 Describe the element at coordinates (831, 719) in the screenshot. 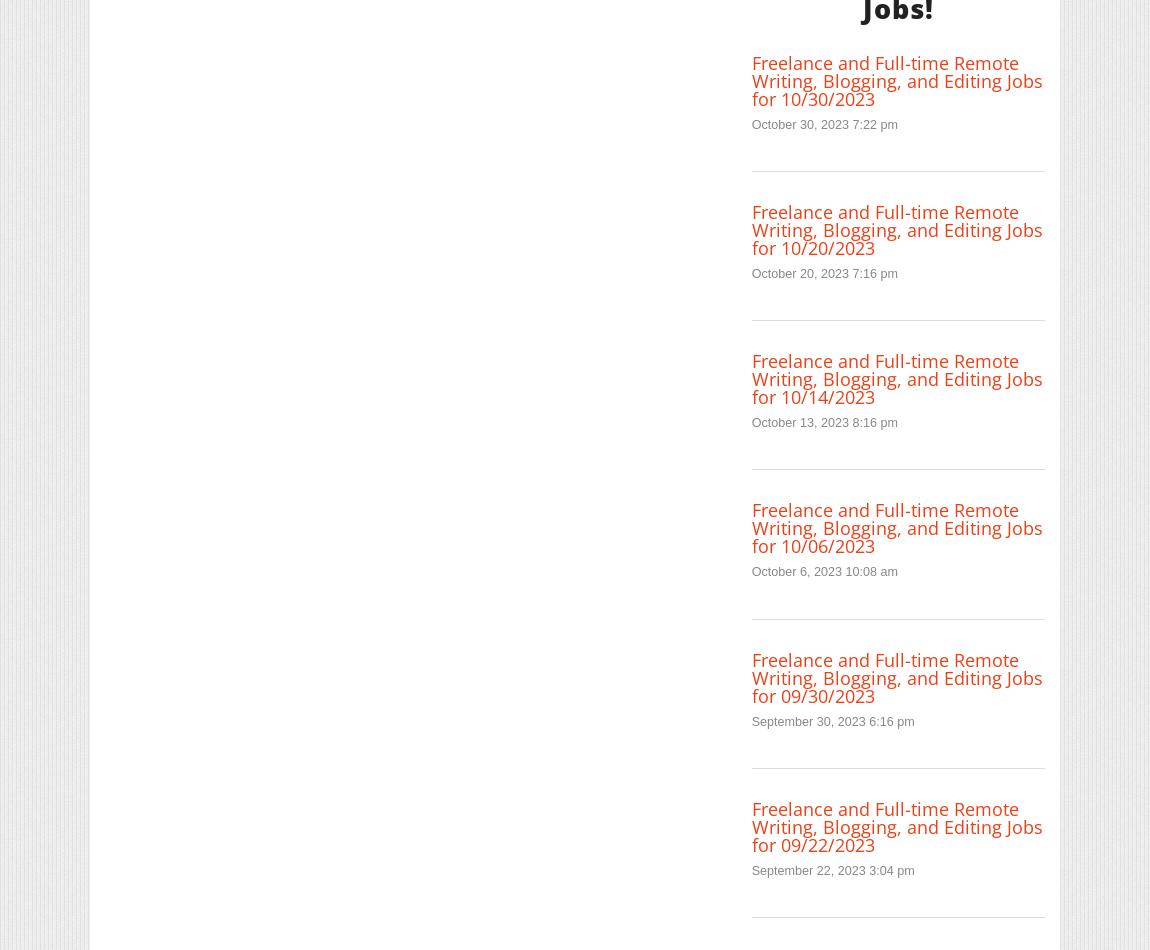

I see `'September 30, 2023 6:16 pm'` at that location.